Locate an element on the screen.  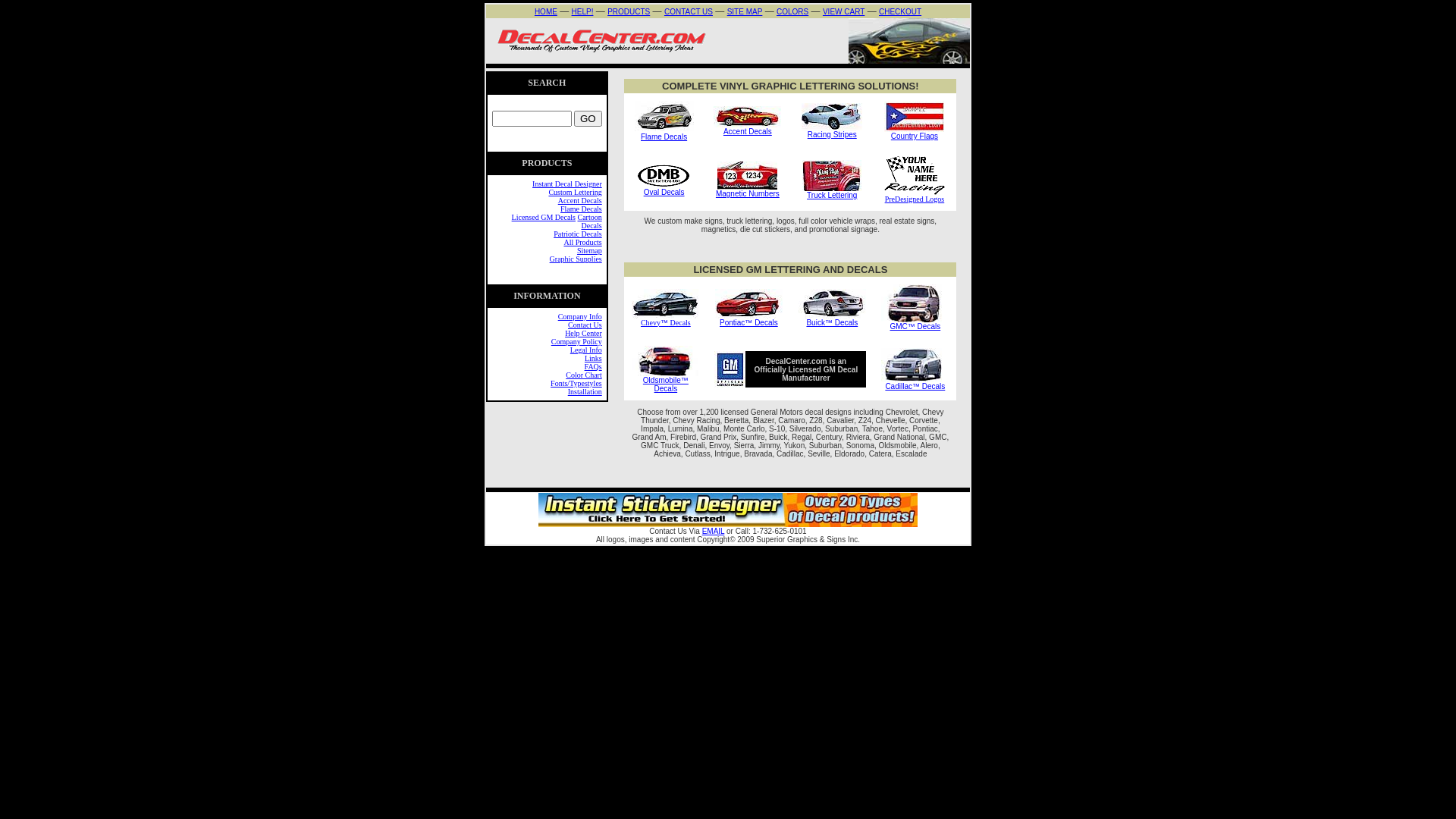
'Patriotic Decals' is located at coordinates (577, 234).